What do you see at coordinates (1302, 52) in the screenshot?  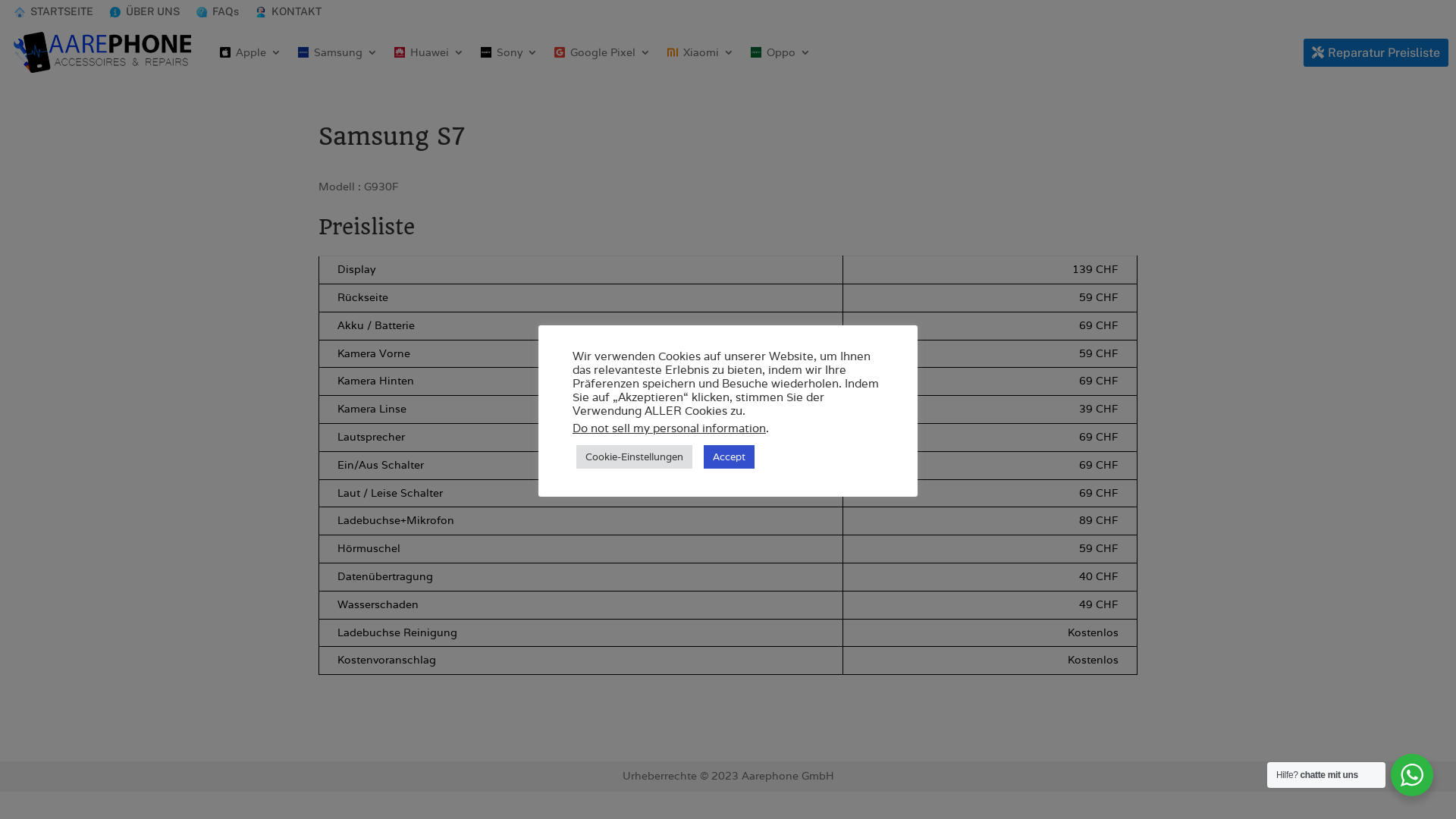 I see `'Reparatur Preisliste'` at bounding box center [1302, 52].